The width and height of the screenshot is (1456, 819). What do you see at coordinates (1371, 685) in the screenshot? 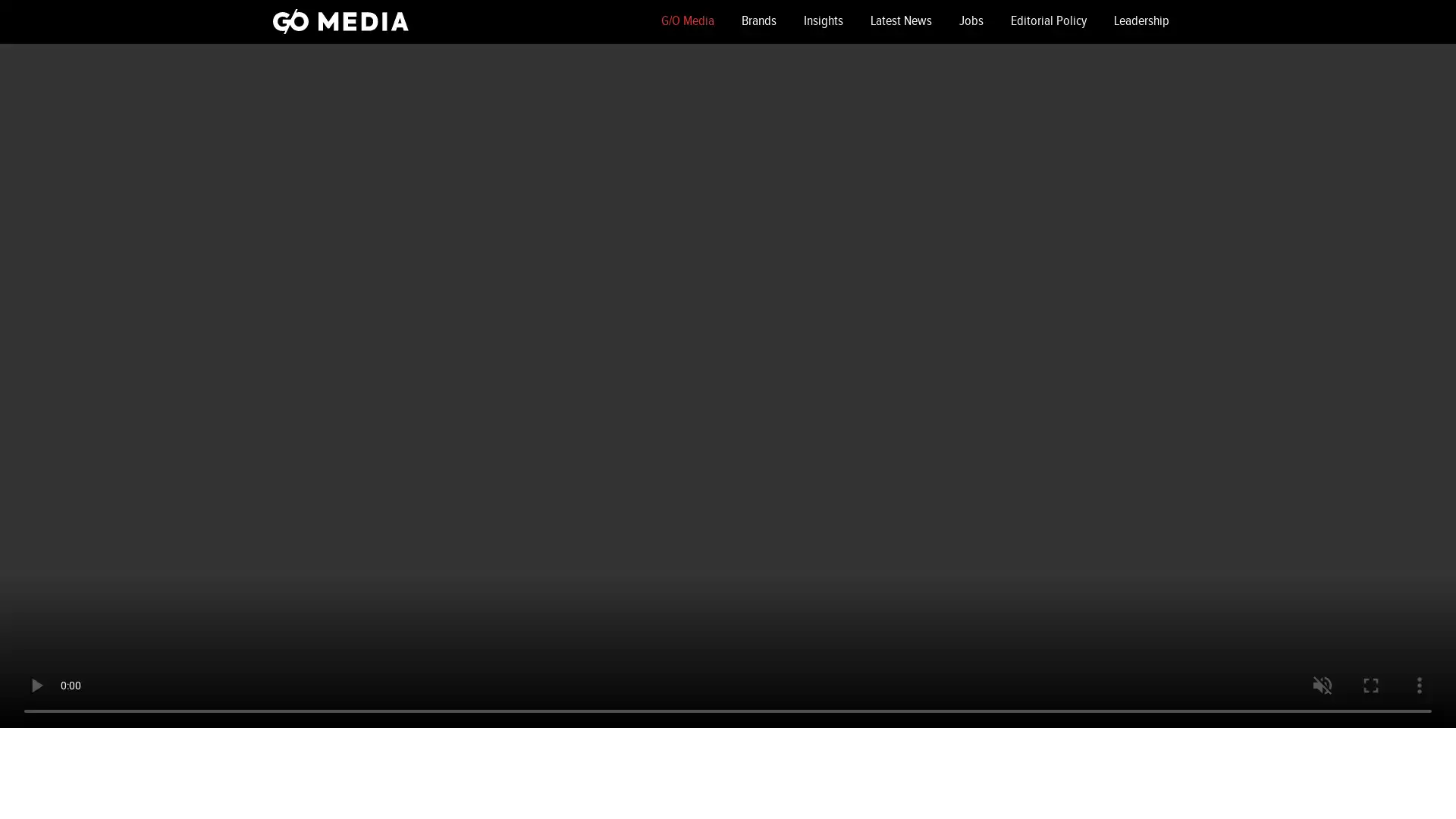
I see `enter full screen` at bounding box center [1371, 685].